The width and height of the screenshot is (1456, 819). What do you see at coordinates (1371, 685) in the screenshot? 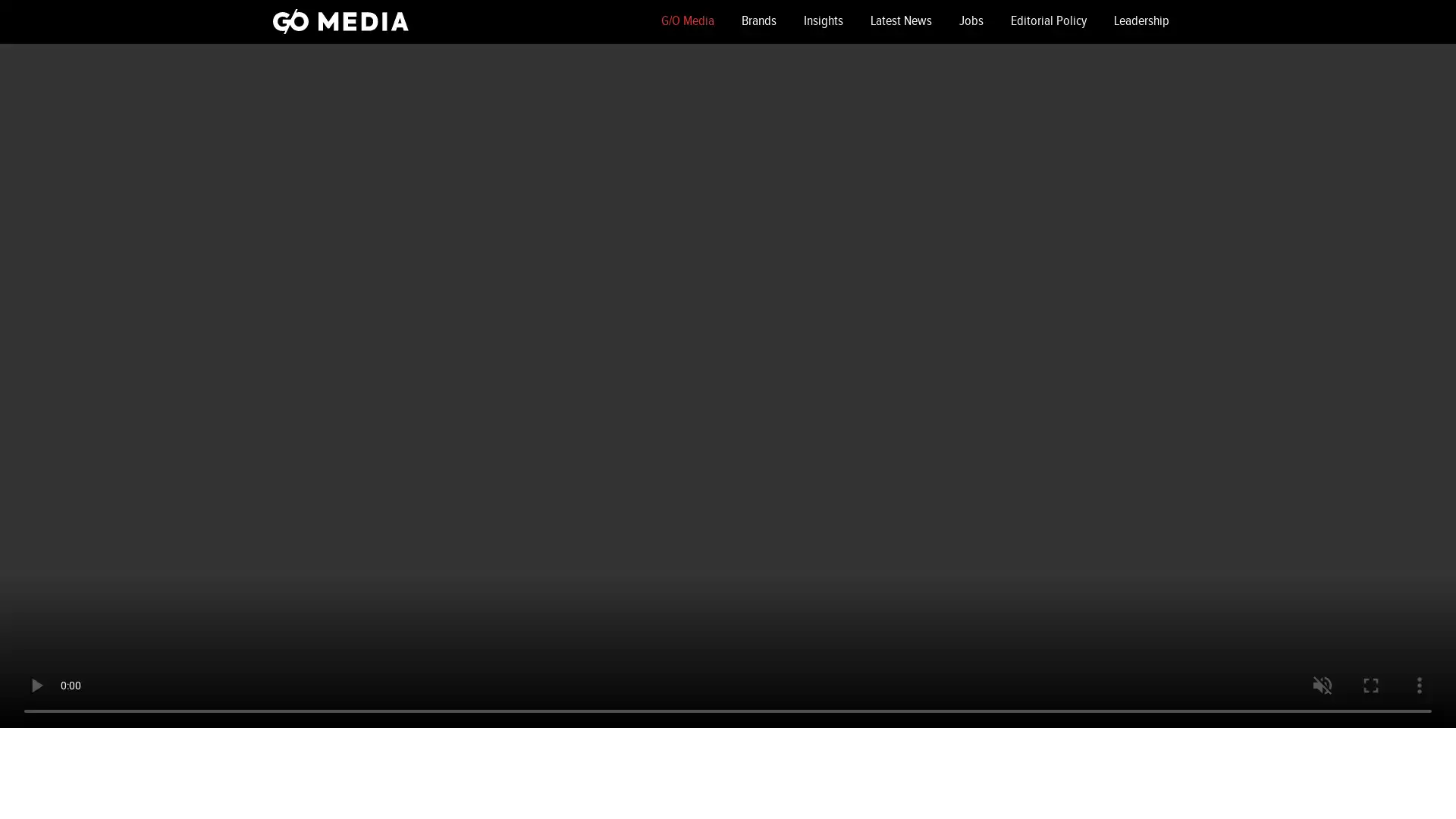
I see `enter full screen` at bounding box center [1371, 685].